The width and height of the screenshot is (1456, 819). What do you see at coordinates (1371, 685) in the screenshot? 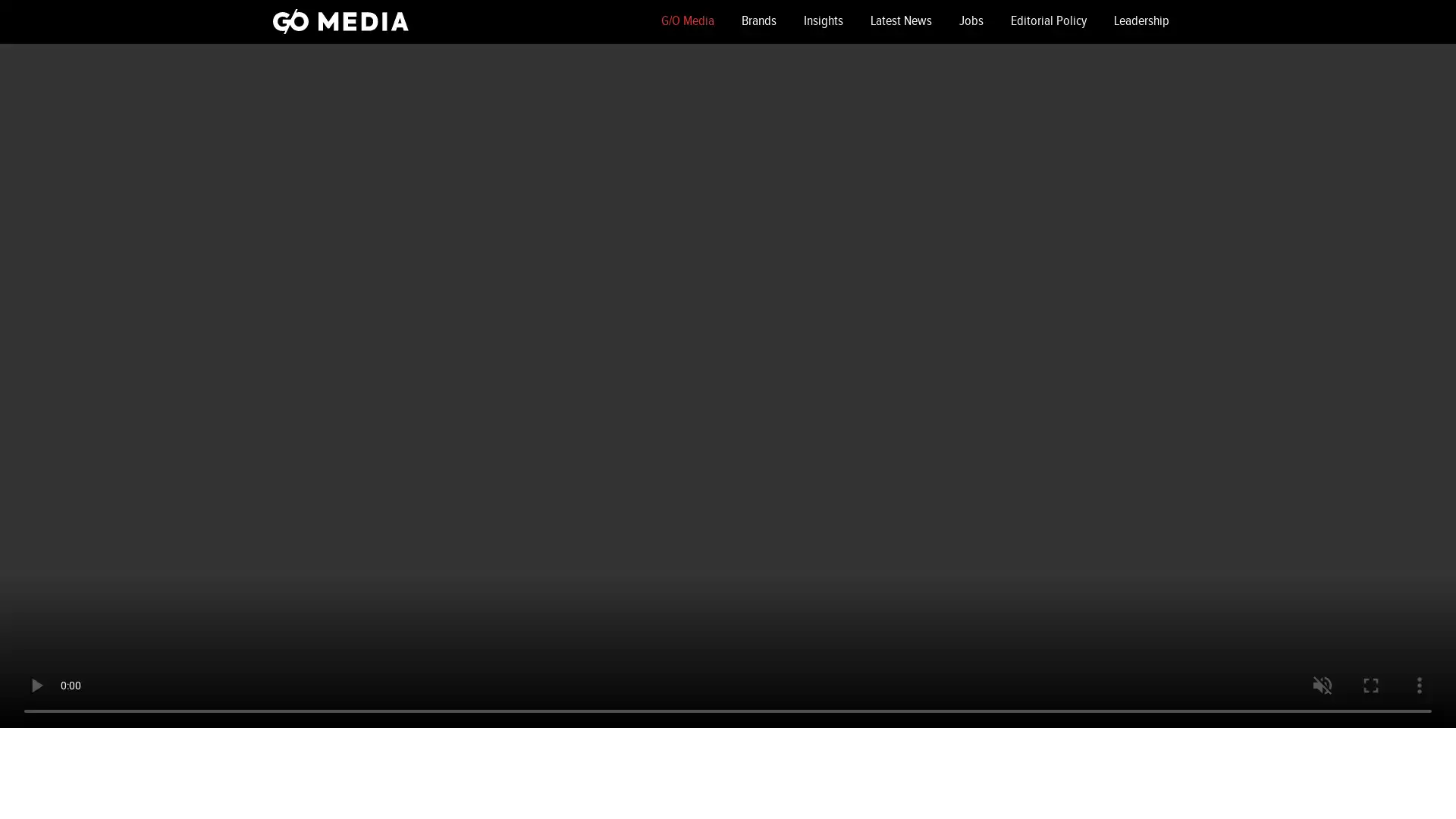
I see `enter full screen` at bounding box center [1371, 685].